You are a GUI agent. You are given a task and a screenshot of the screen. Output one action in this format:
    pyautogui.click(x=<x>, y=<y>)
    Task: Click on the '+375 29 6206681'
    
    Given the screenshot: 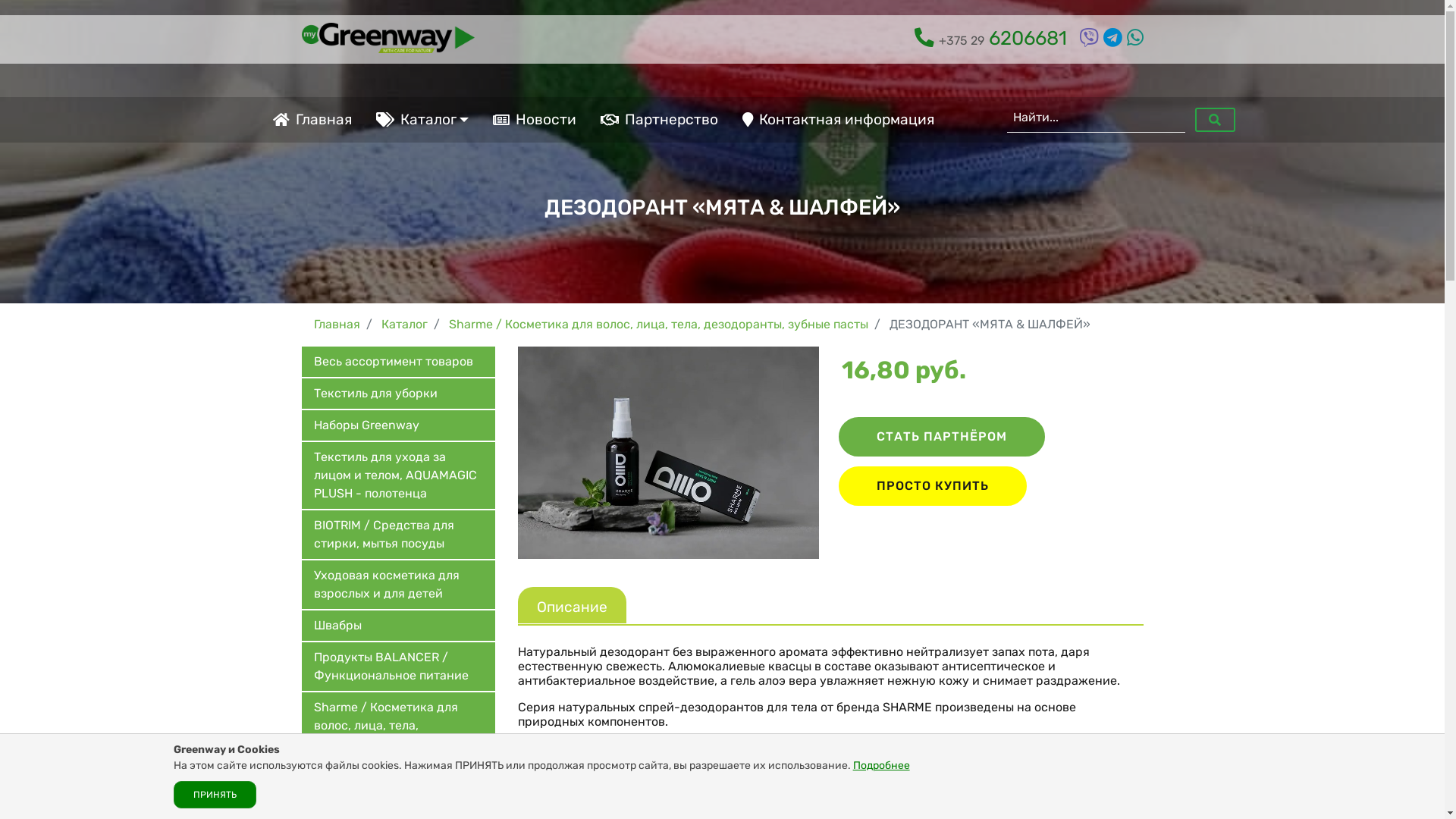 What is the action you would take?
    pyautogui.click(x=993, y=37)
    